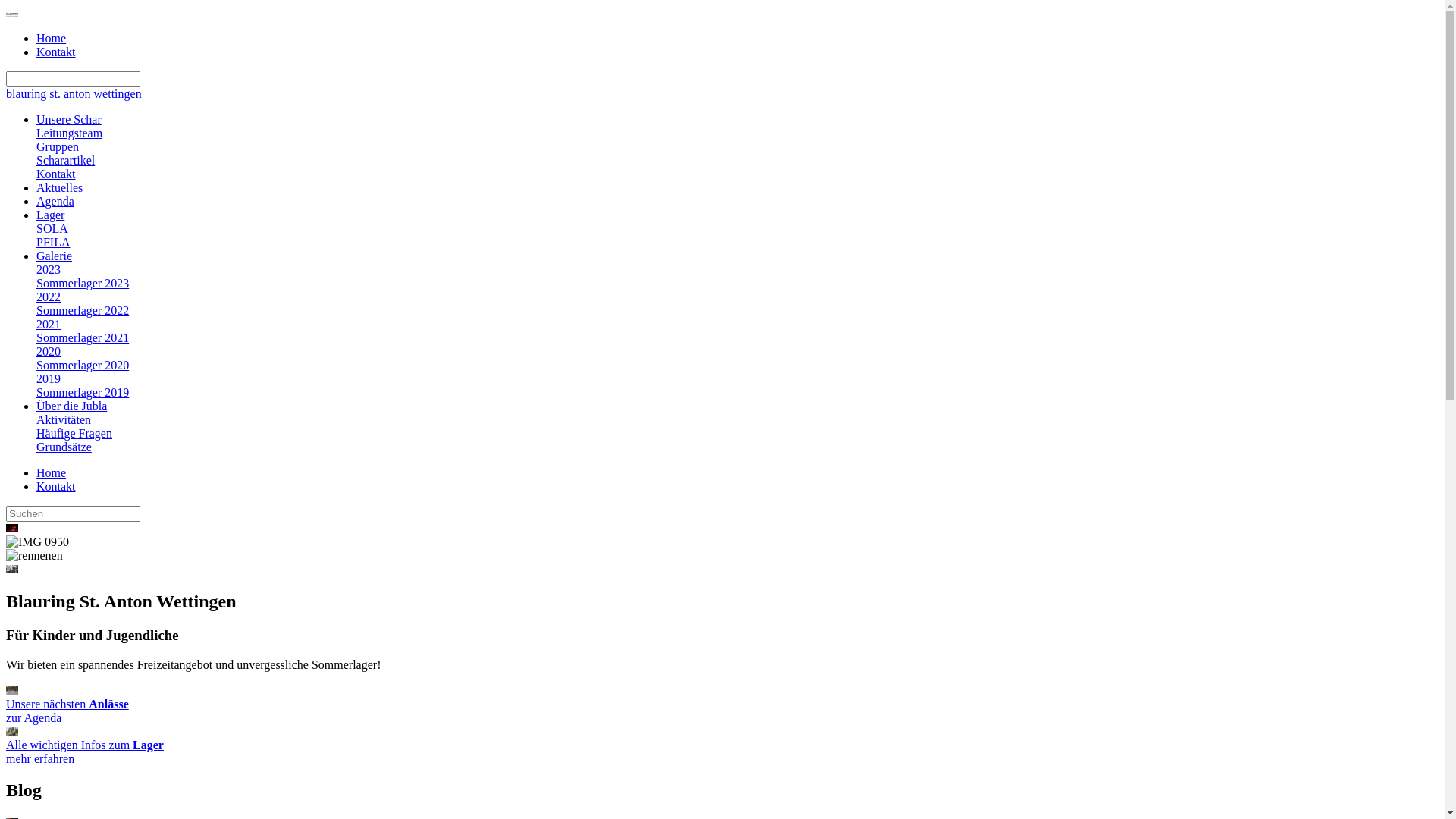  I want to click on 'Sommerlager 2019', so click(82, 391).